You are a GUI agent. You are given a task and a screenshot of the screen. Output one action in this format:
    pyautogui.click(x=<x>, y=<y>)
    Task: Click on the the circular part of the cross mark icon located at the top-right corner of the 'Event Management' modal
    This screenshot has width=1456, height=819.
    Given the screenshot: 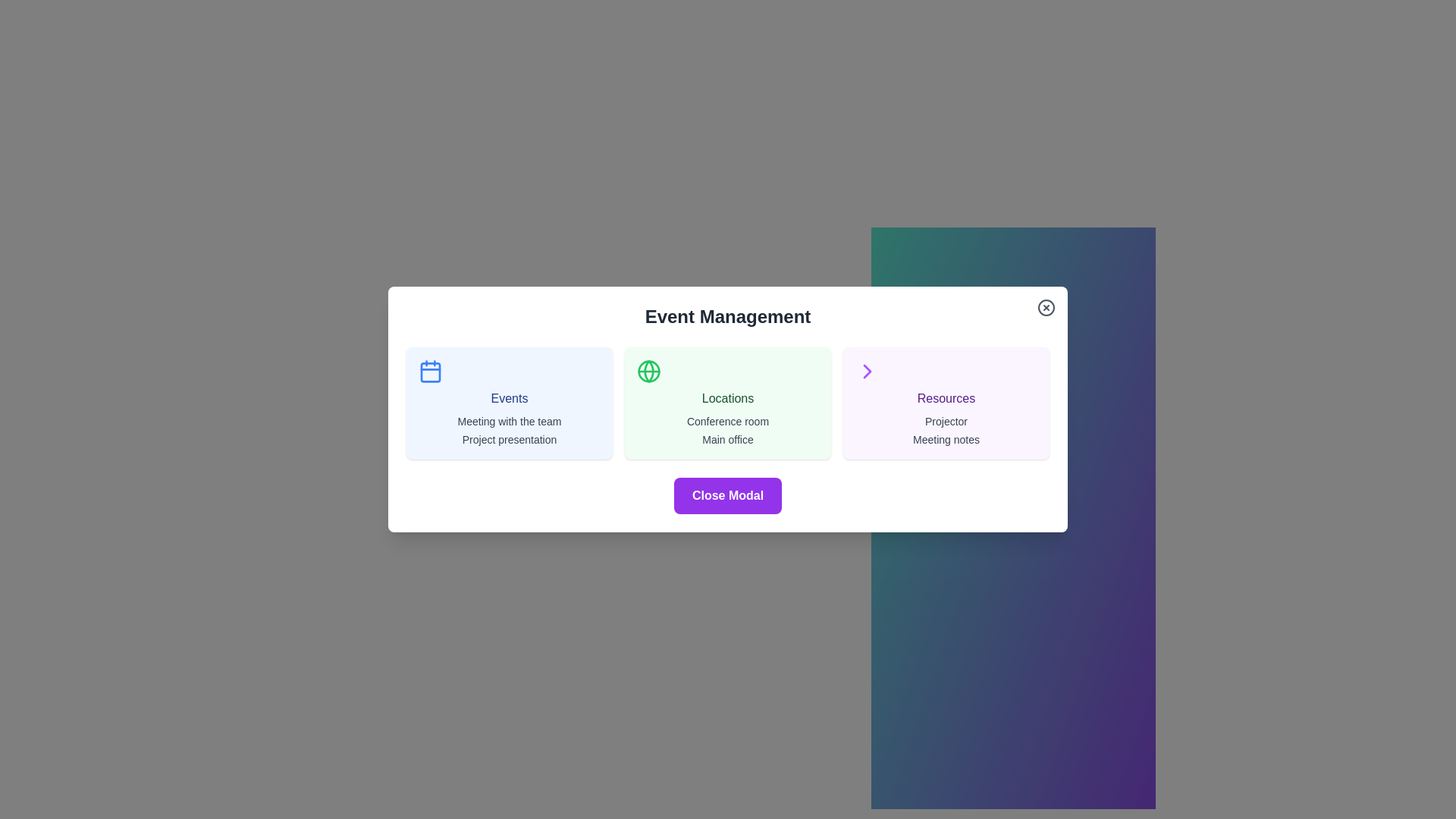 What is the action you would take?
    pyautogui.click(x=1046, y=307)
    